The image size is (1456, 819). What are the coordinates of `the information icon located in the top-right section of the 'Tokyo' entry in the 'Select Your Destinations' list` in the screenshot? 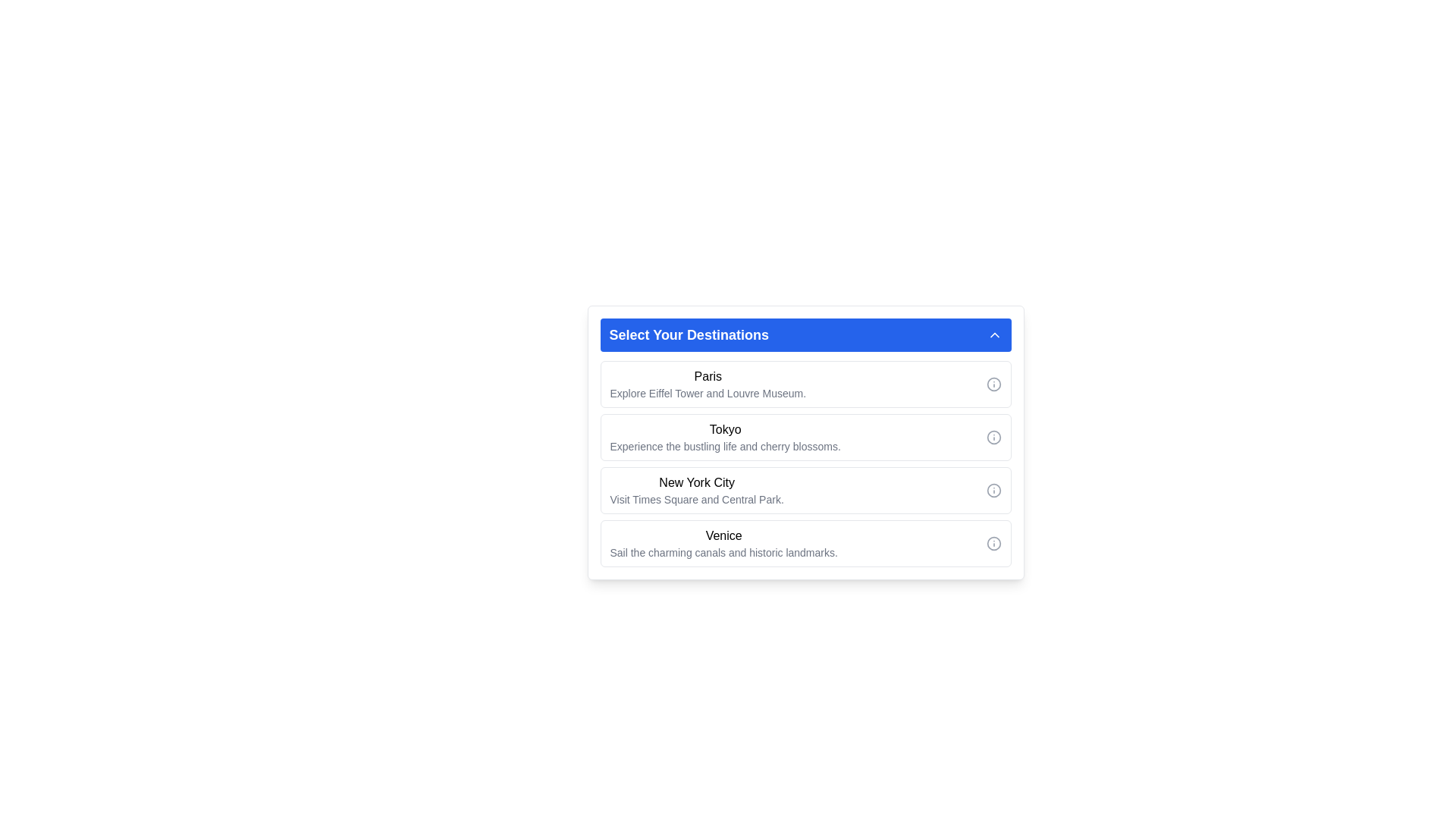 It's located at (993, 438).